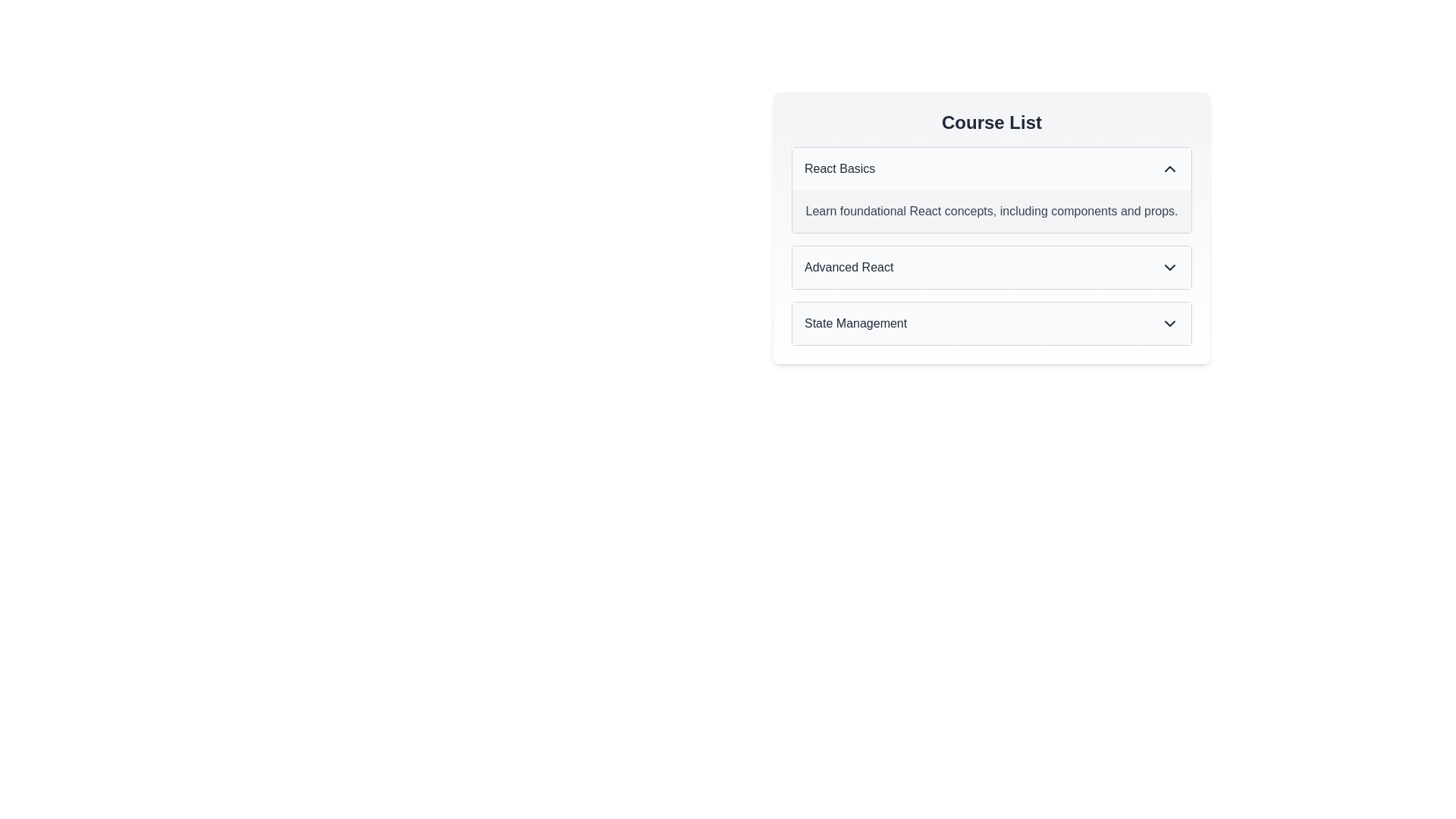 The height and width of the screenshot is (819, 1456). What do you see at coordinates (992, 211) in the screenshot?
I see `the descriptive text block for the 'React Basics' course located in the 'Course List' panel, positioned below the 'React Basics' heading` at bounding box center [992, 211].